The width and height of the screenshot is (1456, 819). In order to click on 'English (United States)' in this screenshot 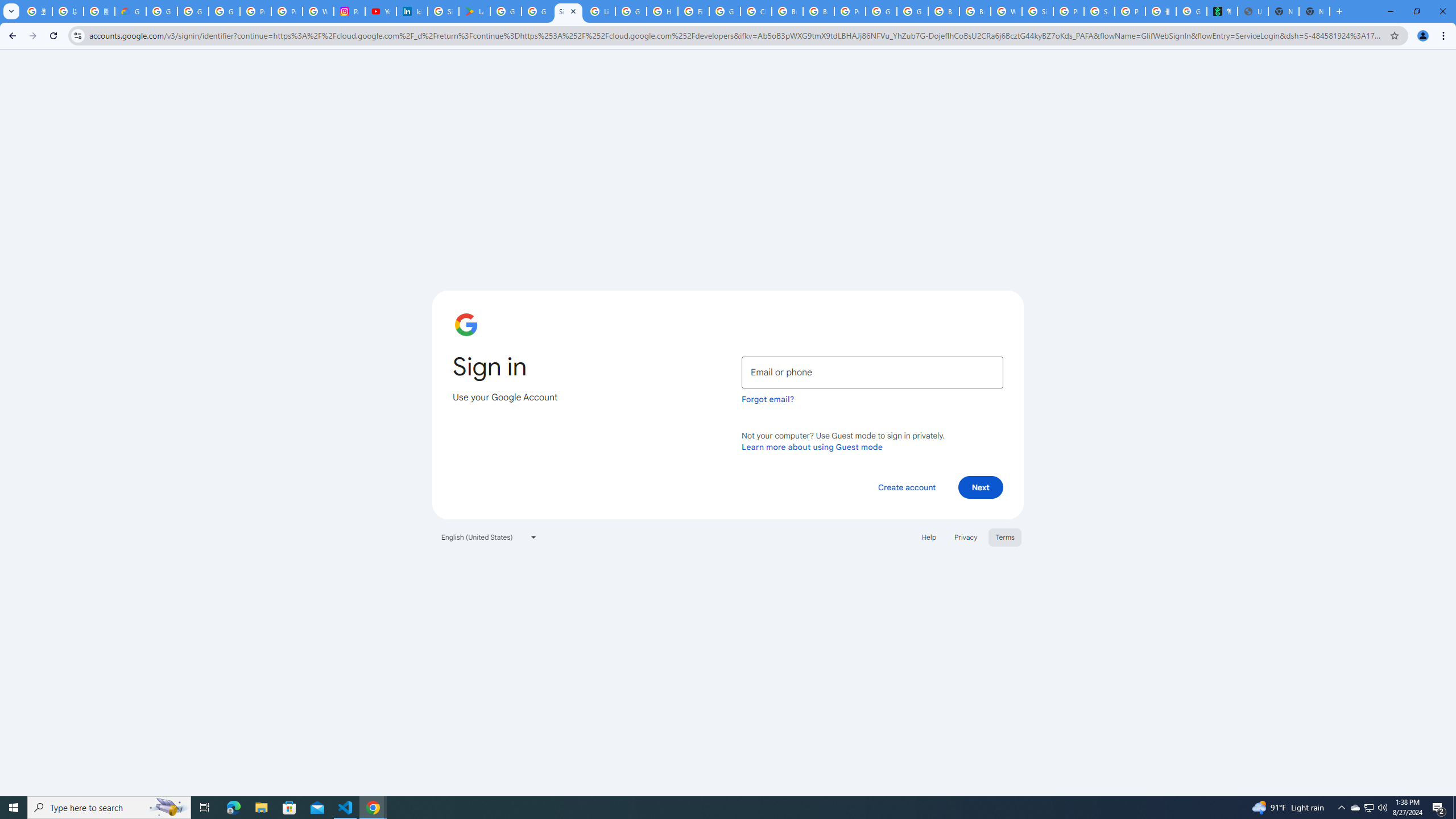, I will do `click(489, 536)`.